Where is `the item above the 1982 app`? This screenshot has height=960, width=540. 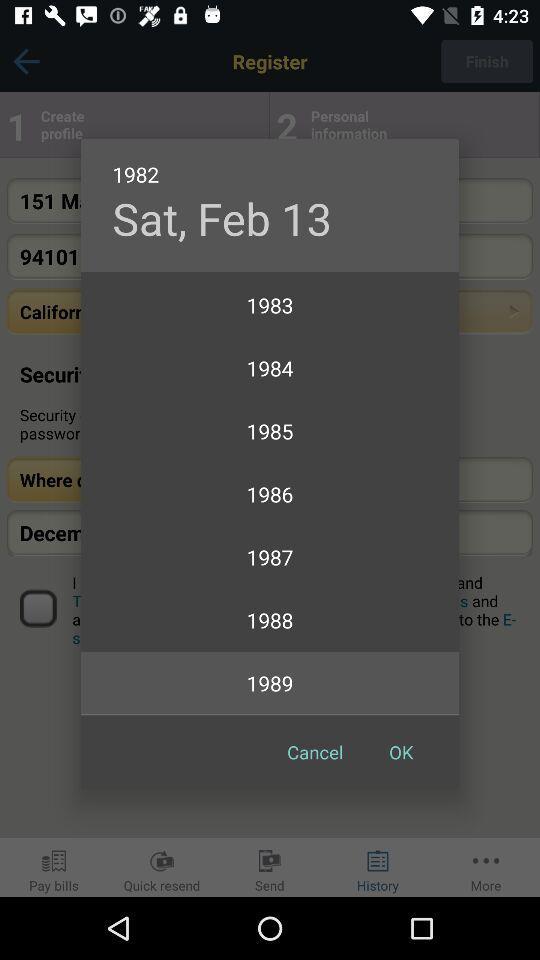
the item above the 1982 app is located at coordinates (221, 218).